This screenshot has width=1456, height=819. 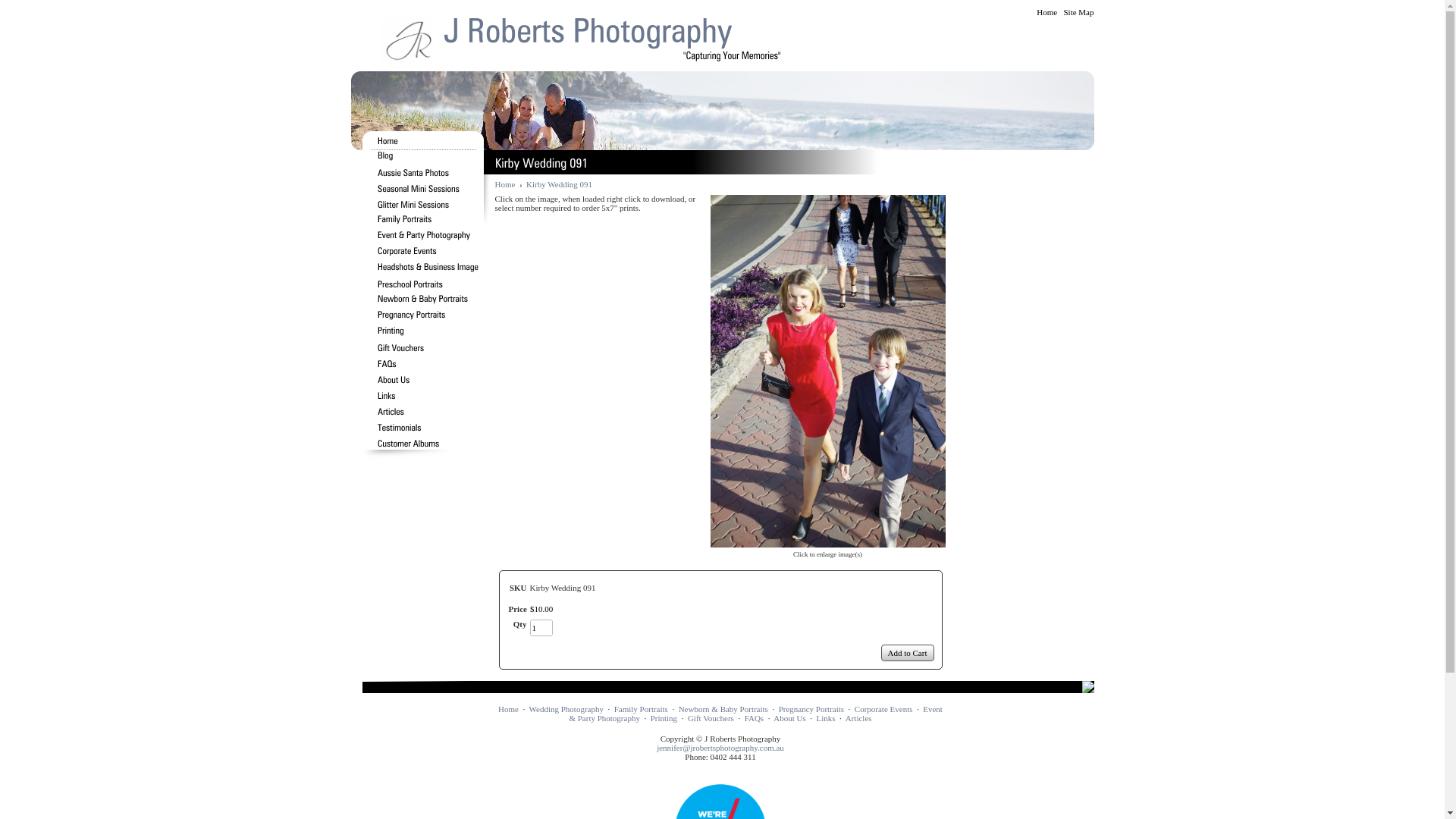 What do you see at coordinates (883, 708) in the screenshot?
I see `'Corporate Events'` at bounding box center [883, 708].